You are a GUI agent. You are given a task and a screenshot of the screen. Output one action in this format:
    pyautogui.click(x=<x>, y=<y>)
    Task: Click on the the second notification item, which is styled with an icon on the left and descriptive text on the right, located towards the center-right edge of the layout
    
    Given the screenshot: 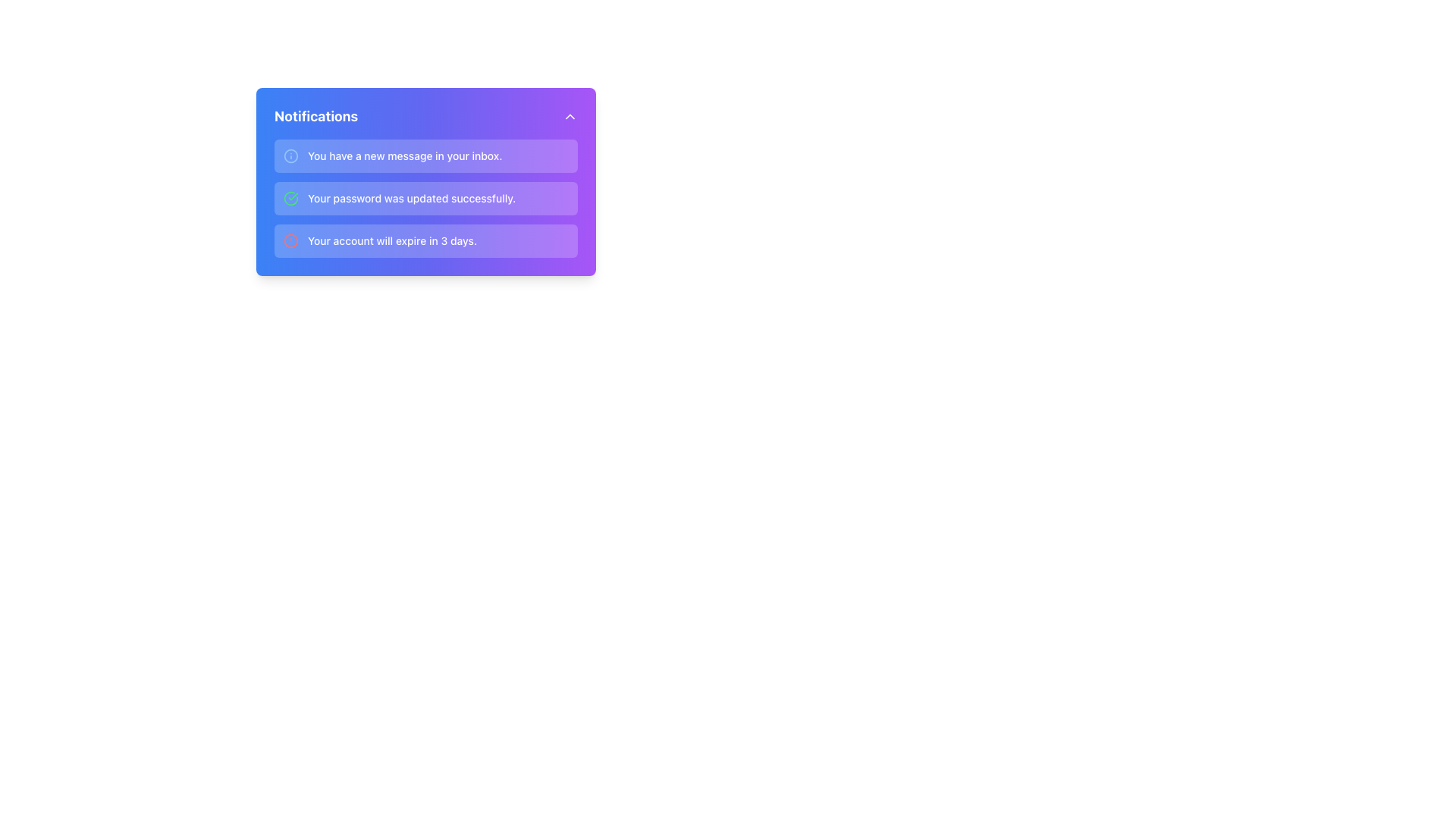 What is the action you would take?
    pyautogui.click(x=425, y=198)
    